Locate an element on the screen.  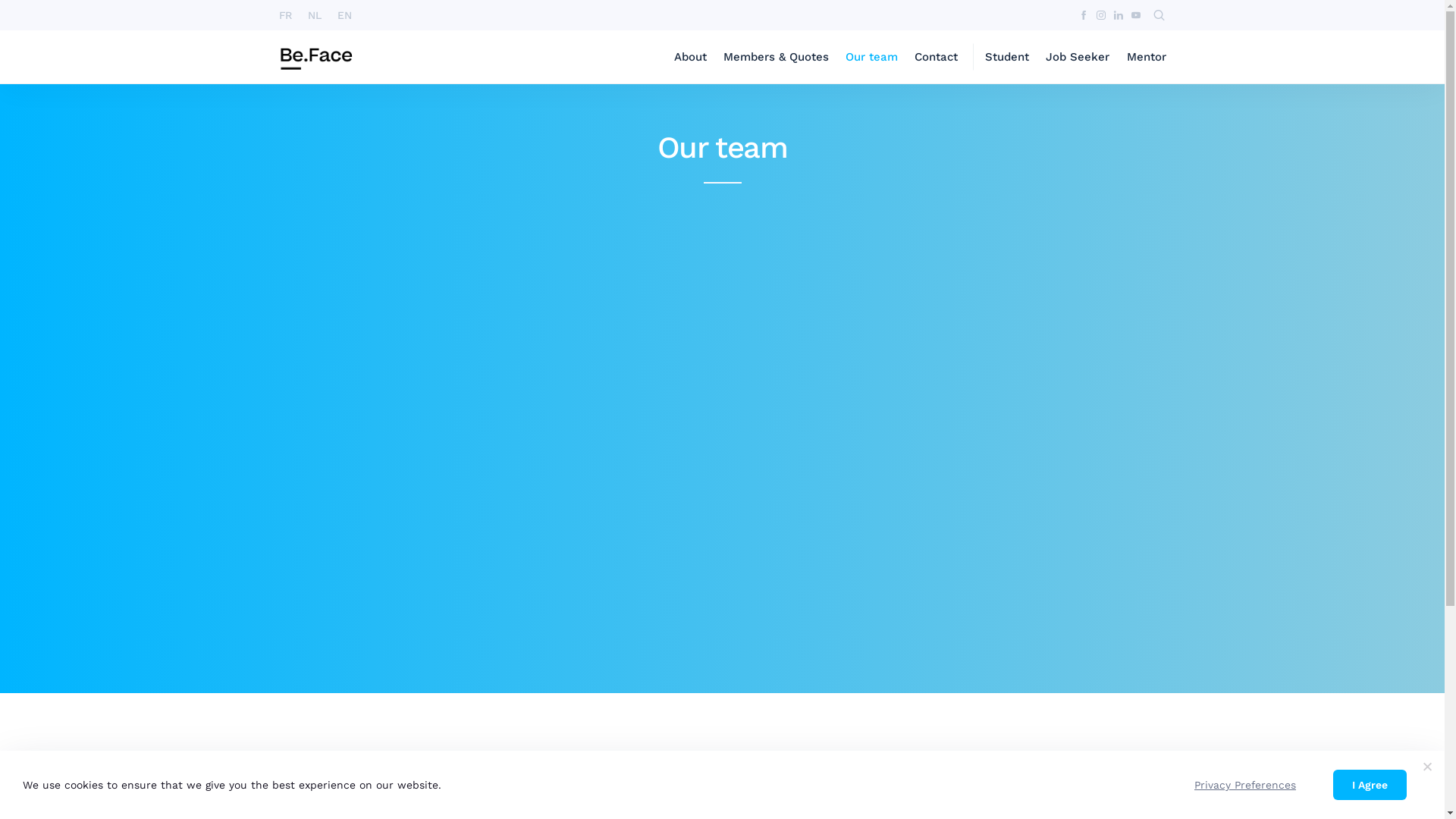
'NL' is located at coordinates (313, 14).